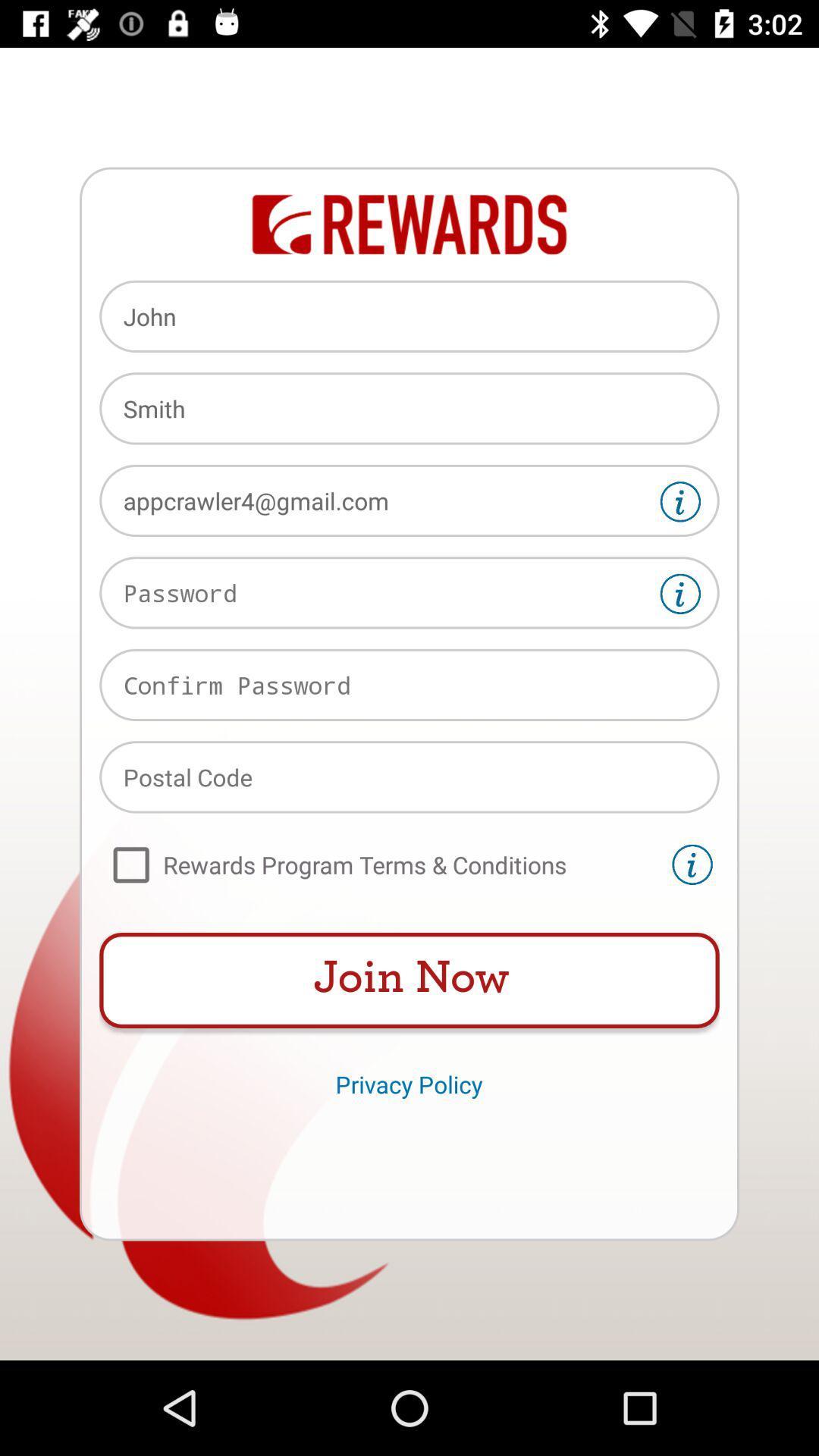  I want to click on open keyboard to enter password, so click(409, 591).